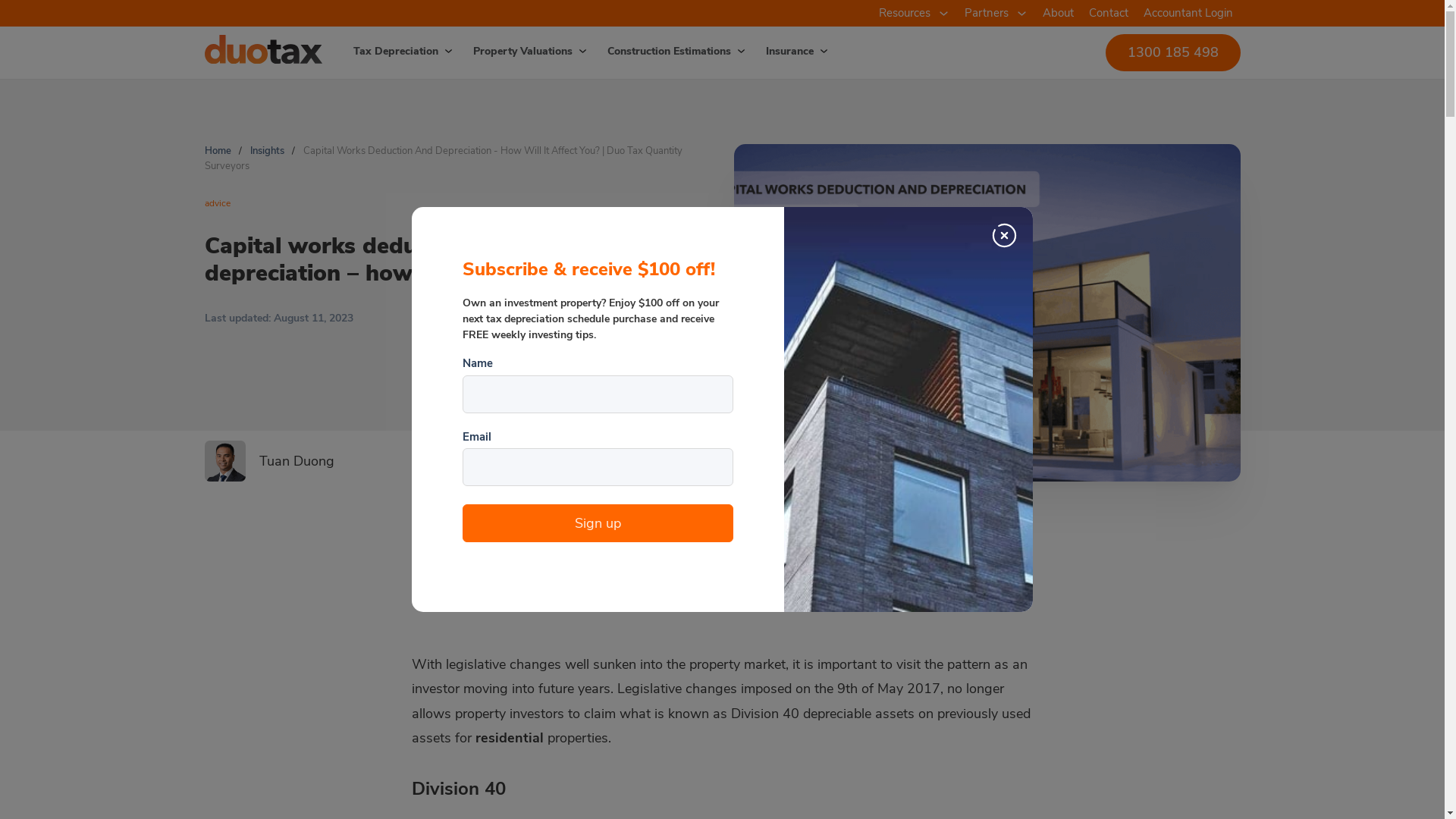  What do you see at coordinates (870, 13) in the screenshot?
I see `'Resources'` at bounding box center [870, 13].